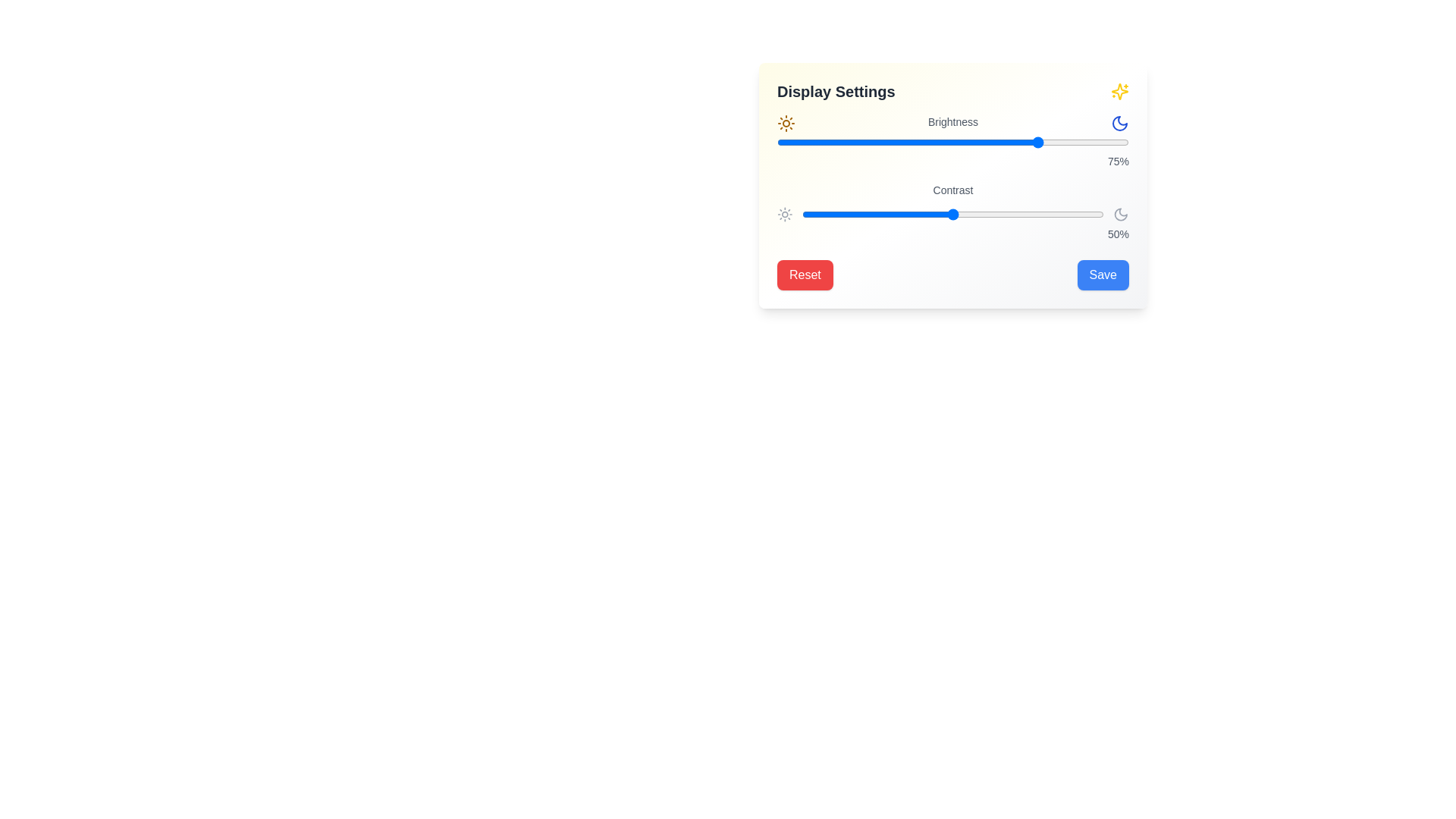 The width and height of the screenshot is (1456, 819). I want to click on the contrast, so click(961, 214).